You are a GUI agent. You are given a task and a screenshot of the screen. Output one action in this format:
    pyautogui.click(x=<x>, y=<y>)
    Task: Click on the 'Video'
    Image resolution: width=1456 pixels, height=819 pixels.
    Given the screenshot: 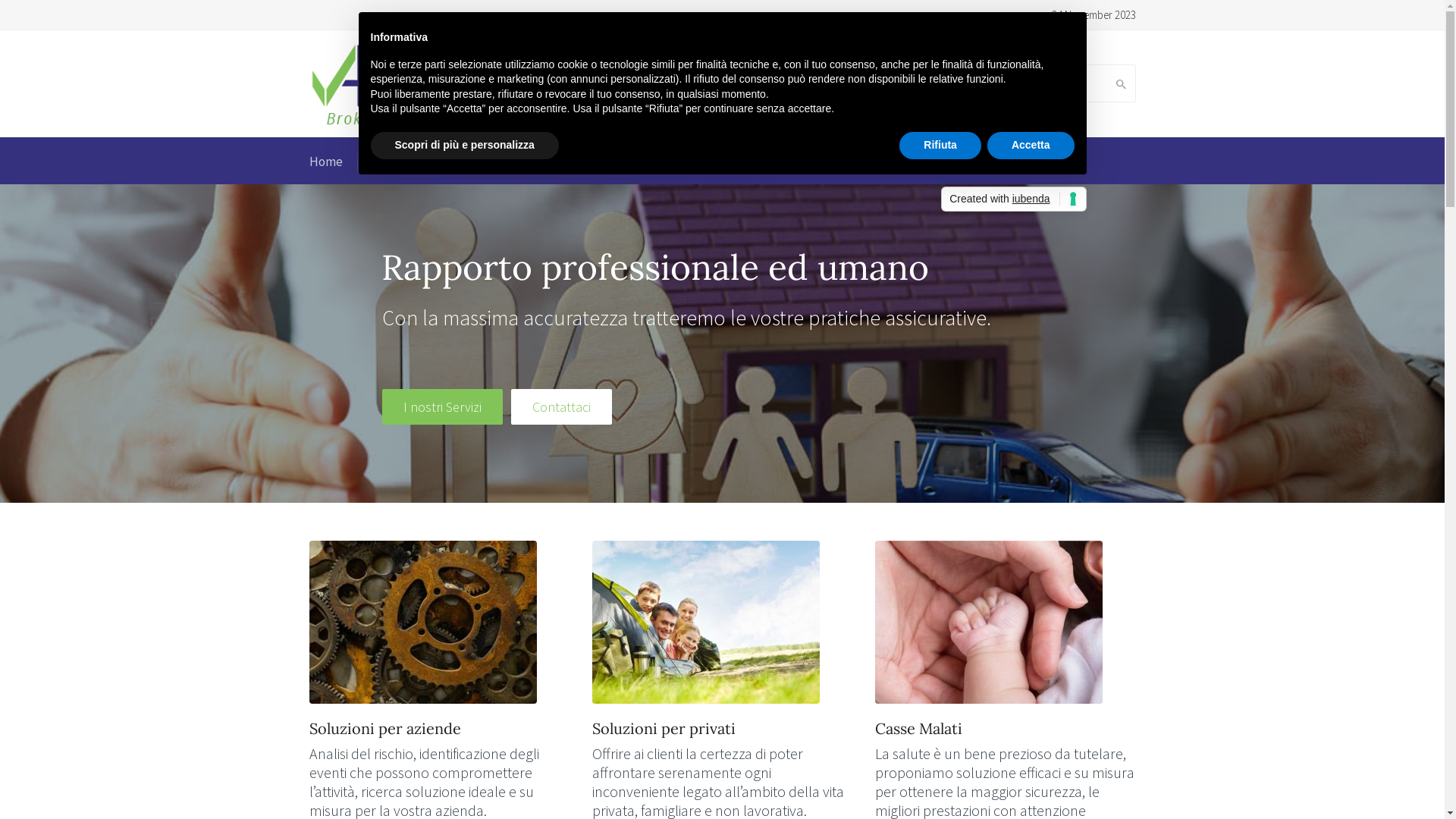 What is the action you would take?
    pyautogui.click(x=847, y=162)
    